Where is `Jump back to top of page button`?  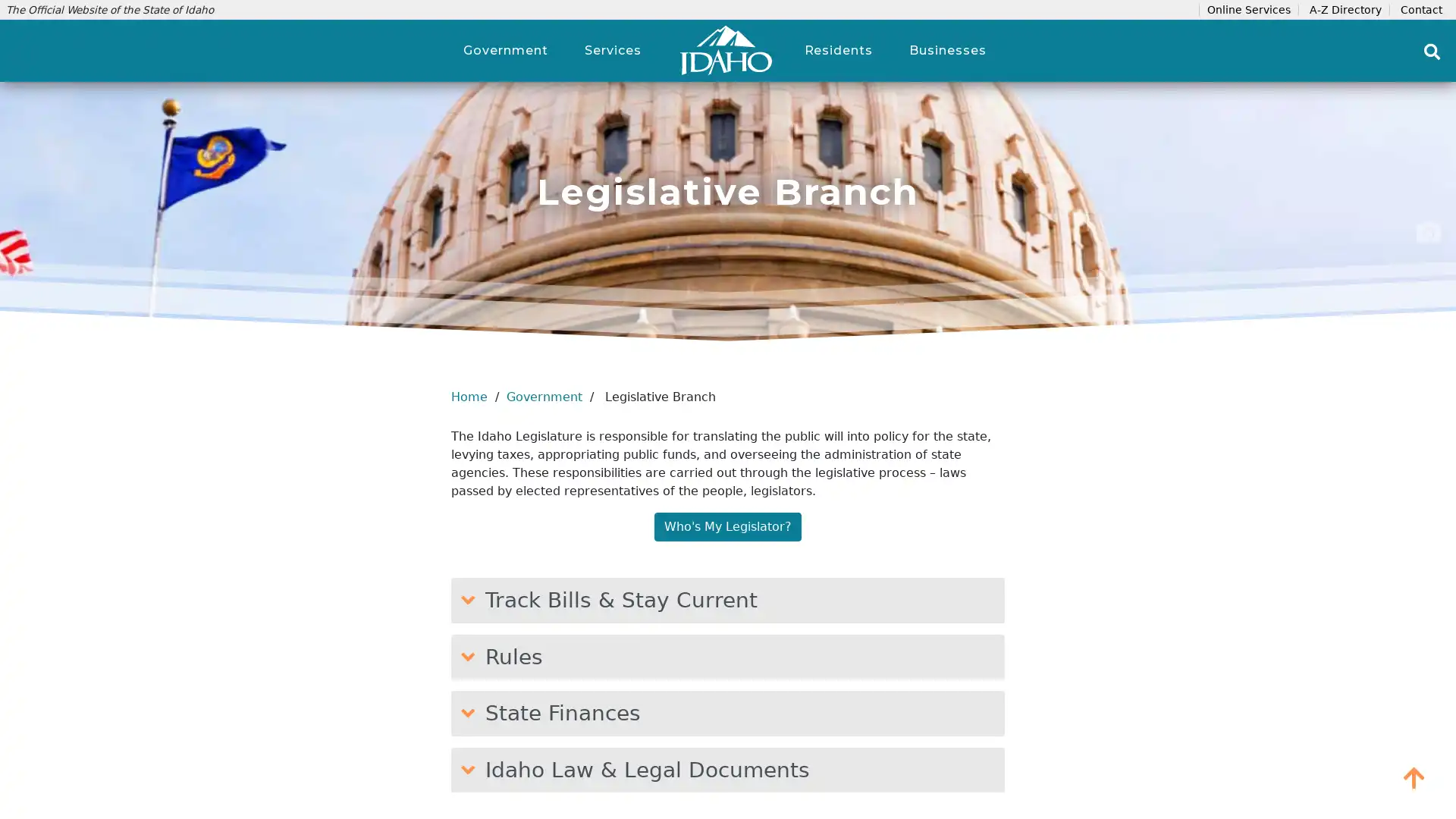 Jump back to top of page button is located at coordinates (1414, 777).